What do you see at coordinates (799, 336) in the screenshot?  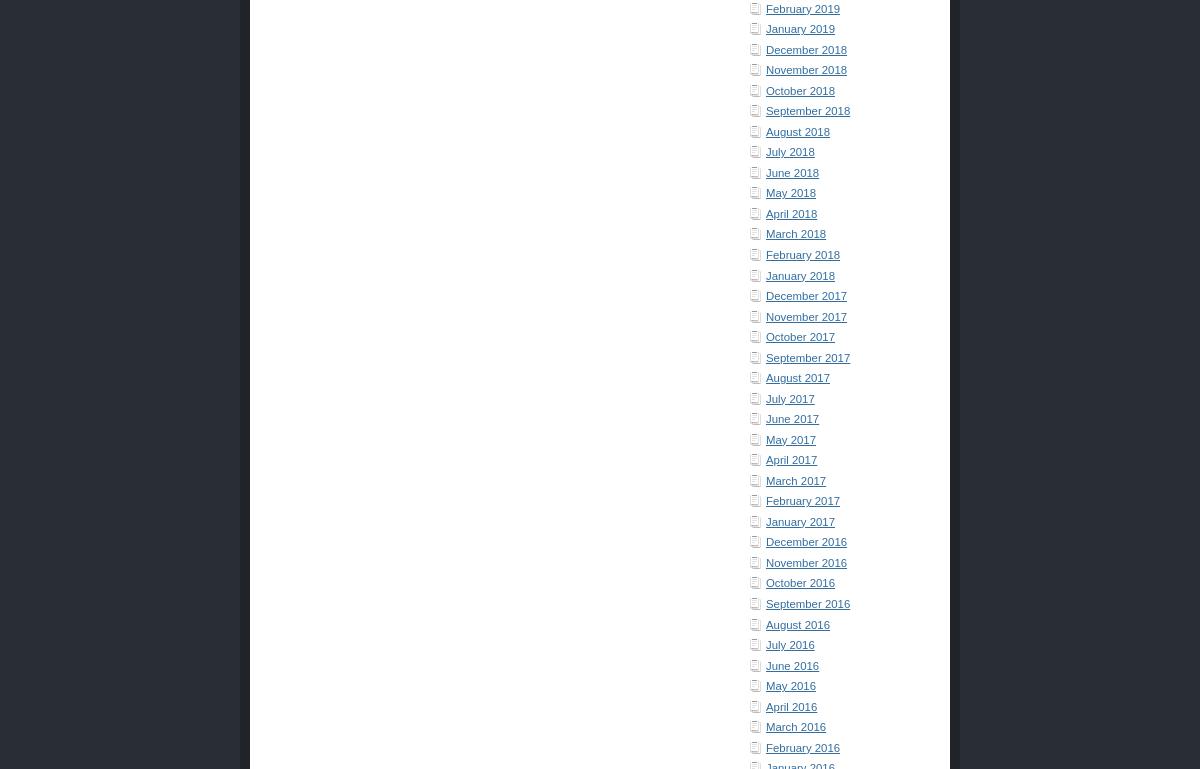 I see `'October 2017'` at bounding box center [799, 336].